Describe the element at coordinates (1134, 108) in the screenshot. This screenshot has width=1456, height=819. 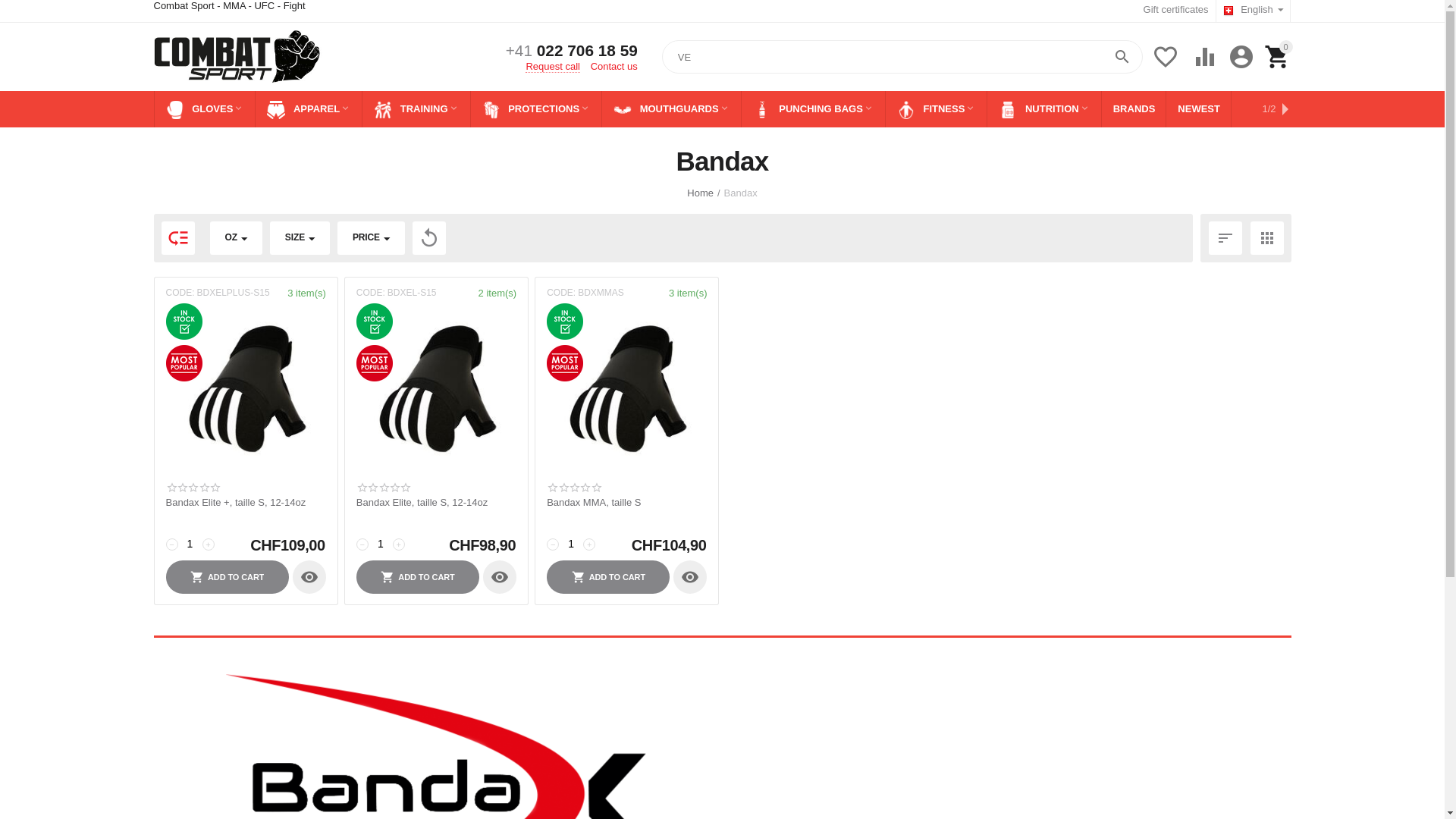
I see `'BRANDS'` at that location.